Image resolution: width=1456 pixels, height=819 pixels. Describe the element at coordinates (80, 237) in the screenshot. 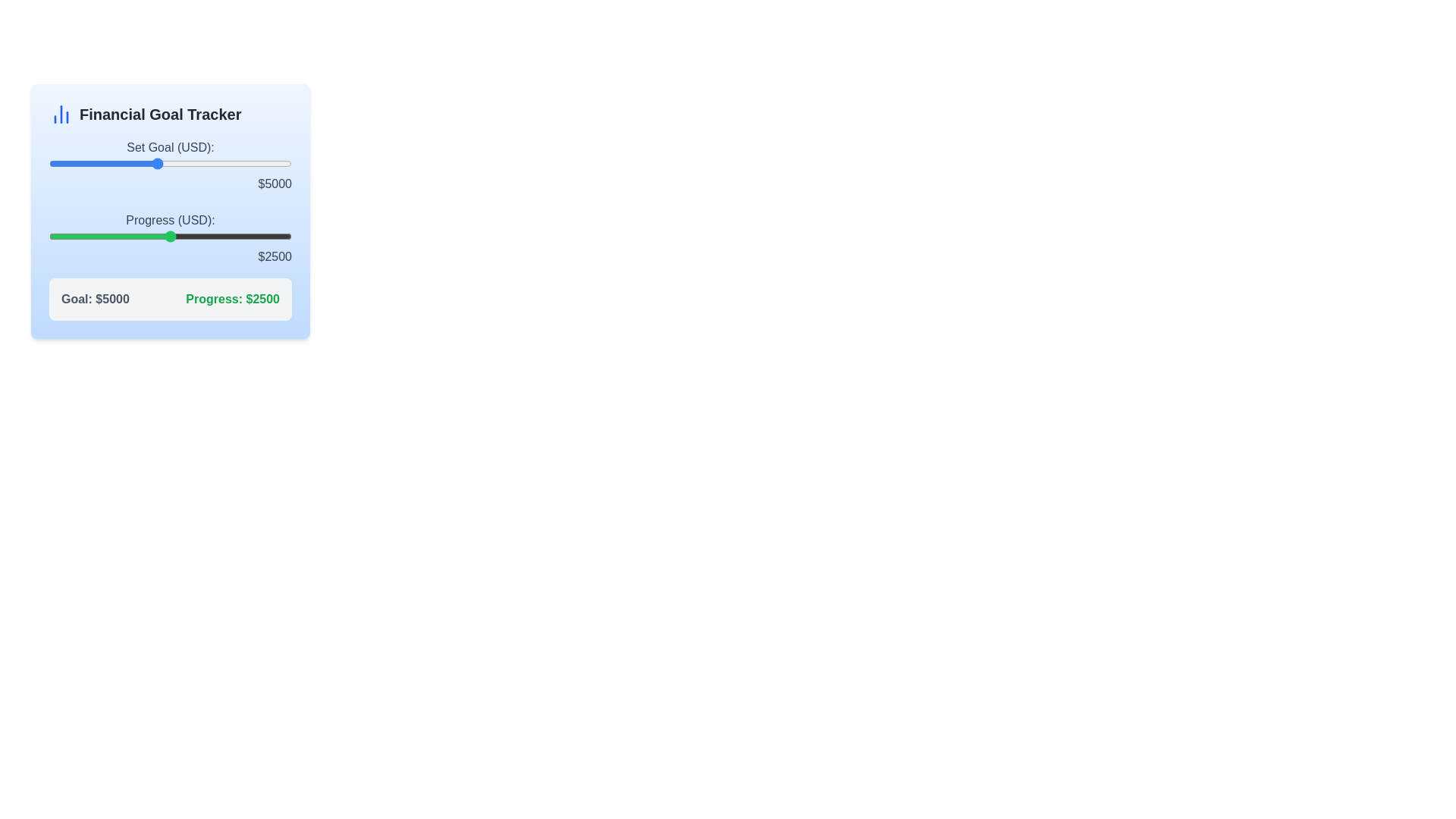

I see `the progress slider to 658 USD` at that location.